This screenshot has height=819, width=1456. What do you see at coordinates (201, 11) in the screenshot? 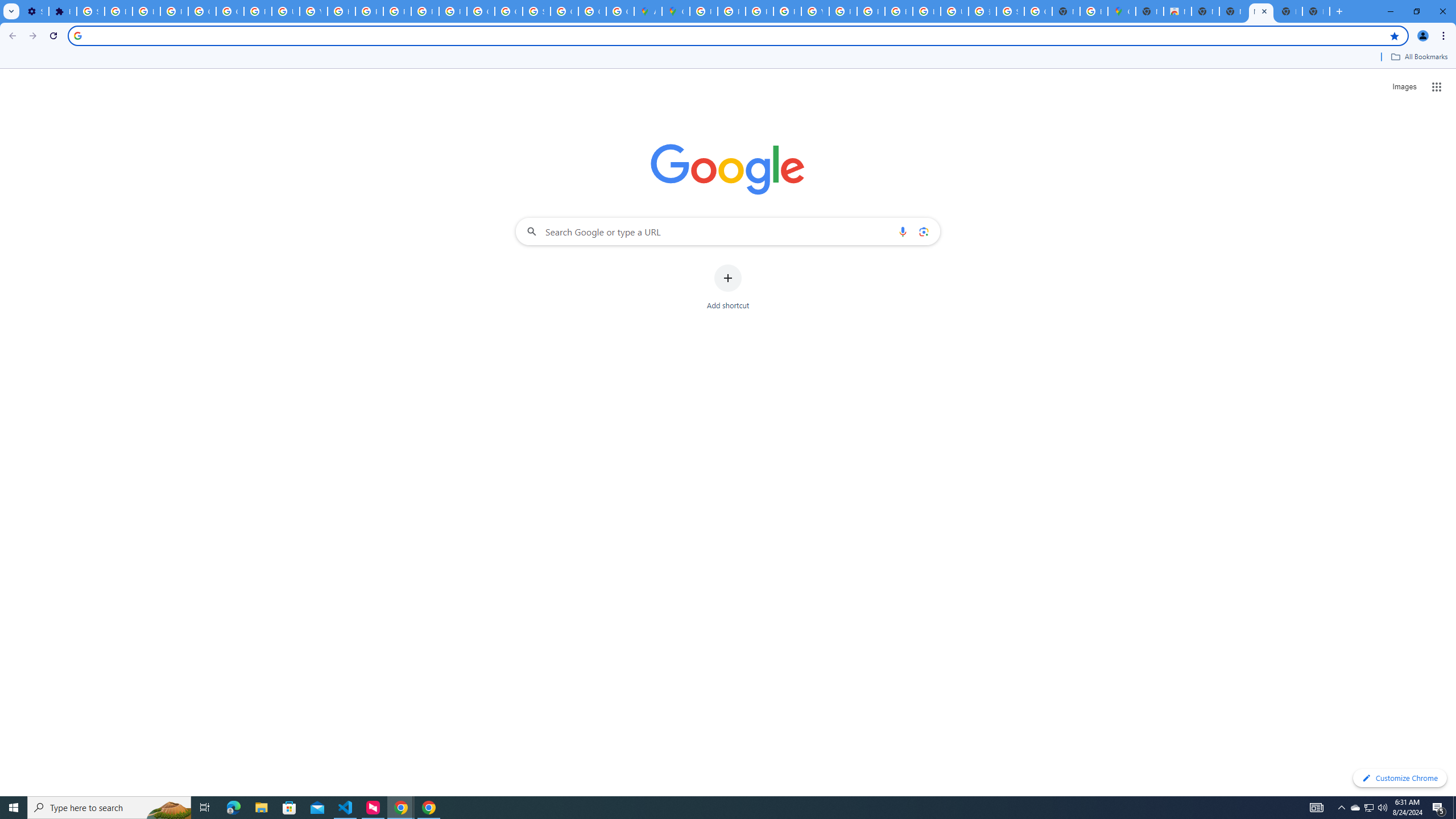
I see `'Google Account Help'` at bounding box center [201, 11].